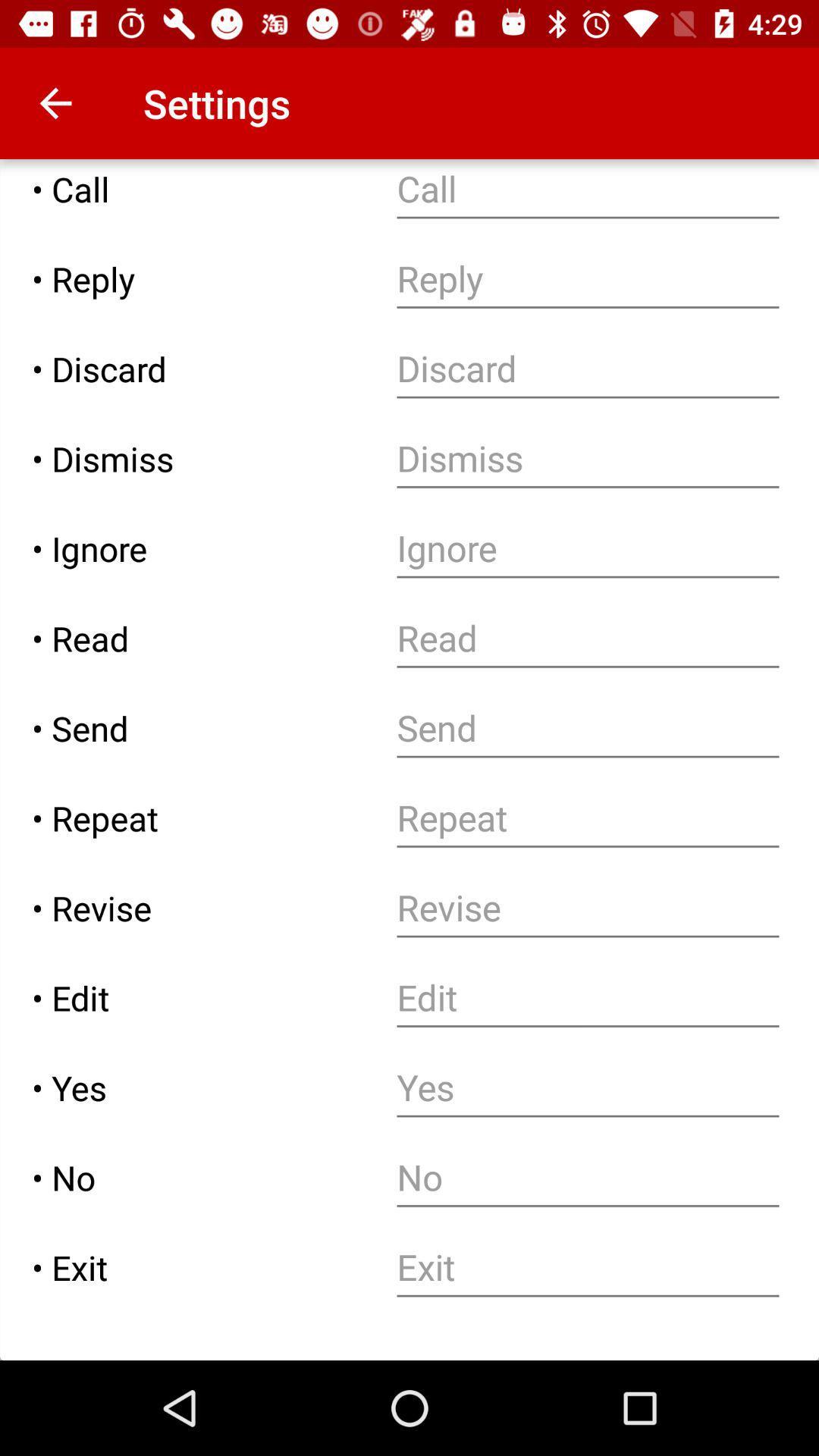  What do you see at coordinates (587, 998) in the screenshot?
I see `input the word edit` at bounding box center [587, 998].